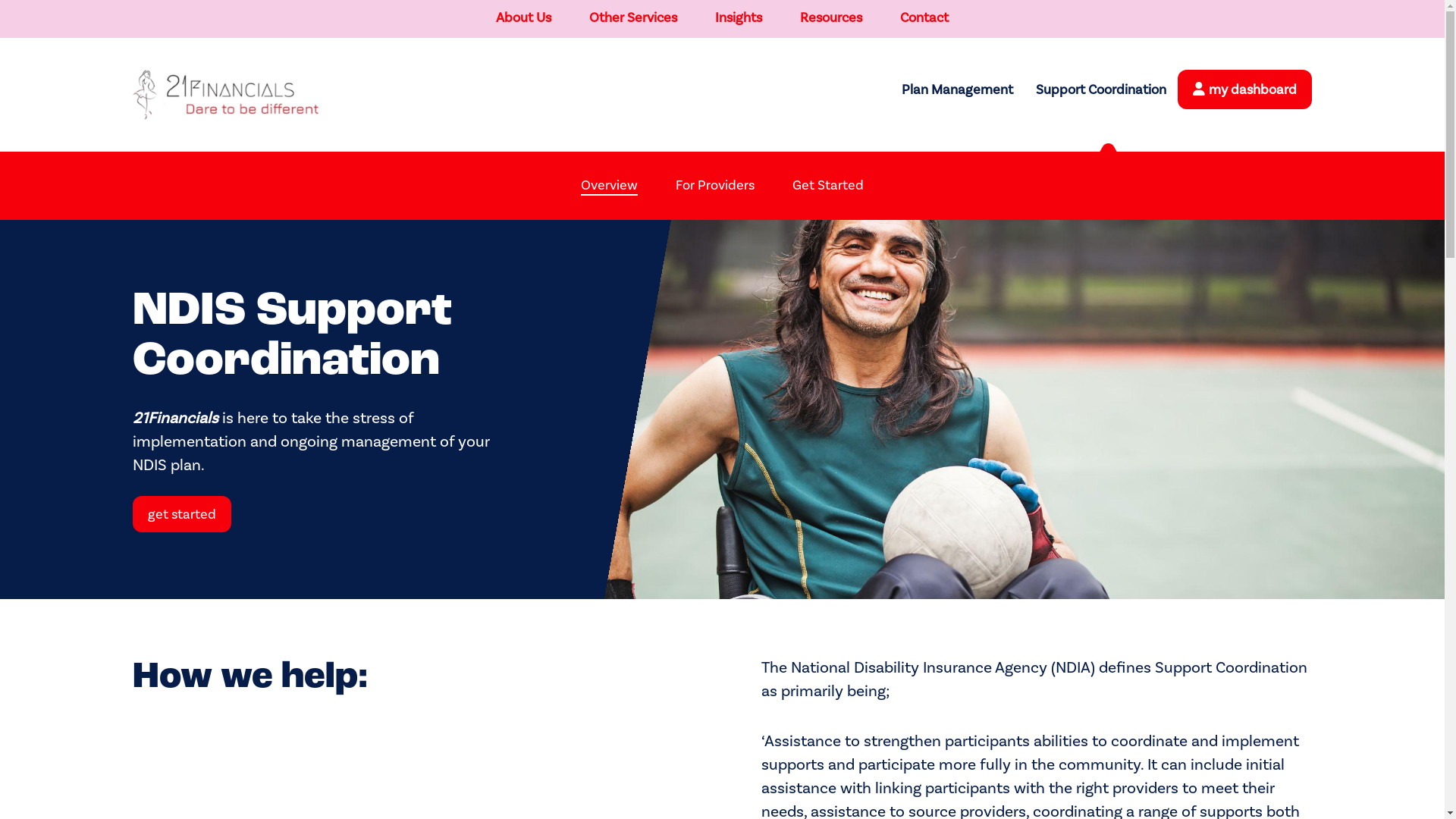 The image size is (1456, 819). I want to click on 'Overview', so click(609, 185).